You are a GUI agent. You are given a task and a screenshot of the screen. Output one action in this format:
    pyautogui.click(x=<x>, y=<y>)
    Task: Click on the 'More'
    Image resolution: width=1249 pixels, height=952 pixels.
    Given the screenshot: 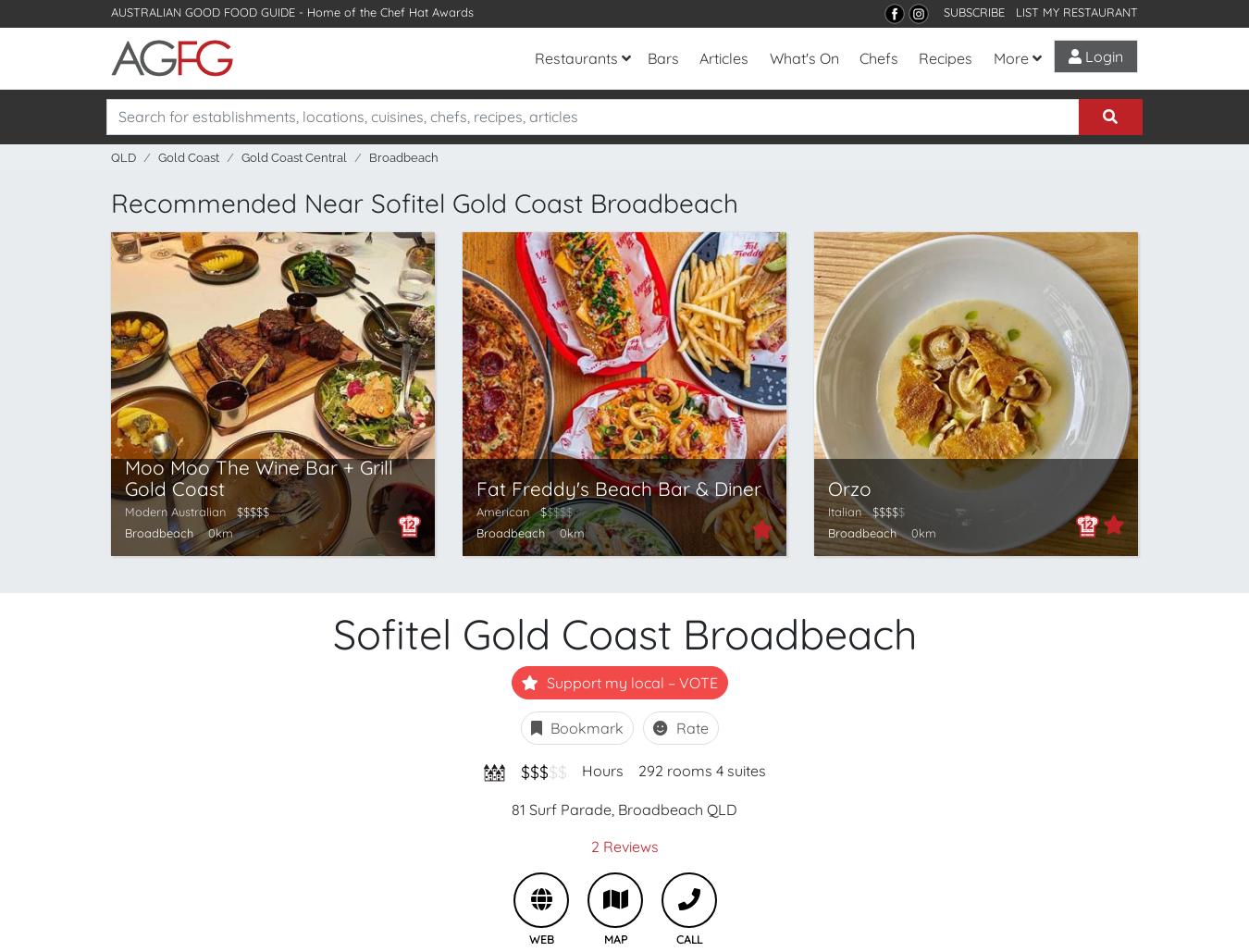 What is the action you would take?
    pyautogui.click(x=992, y=57)
    